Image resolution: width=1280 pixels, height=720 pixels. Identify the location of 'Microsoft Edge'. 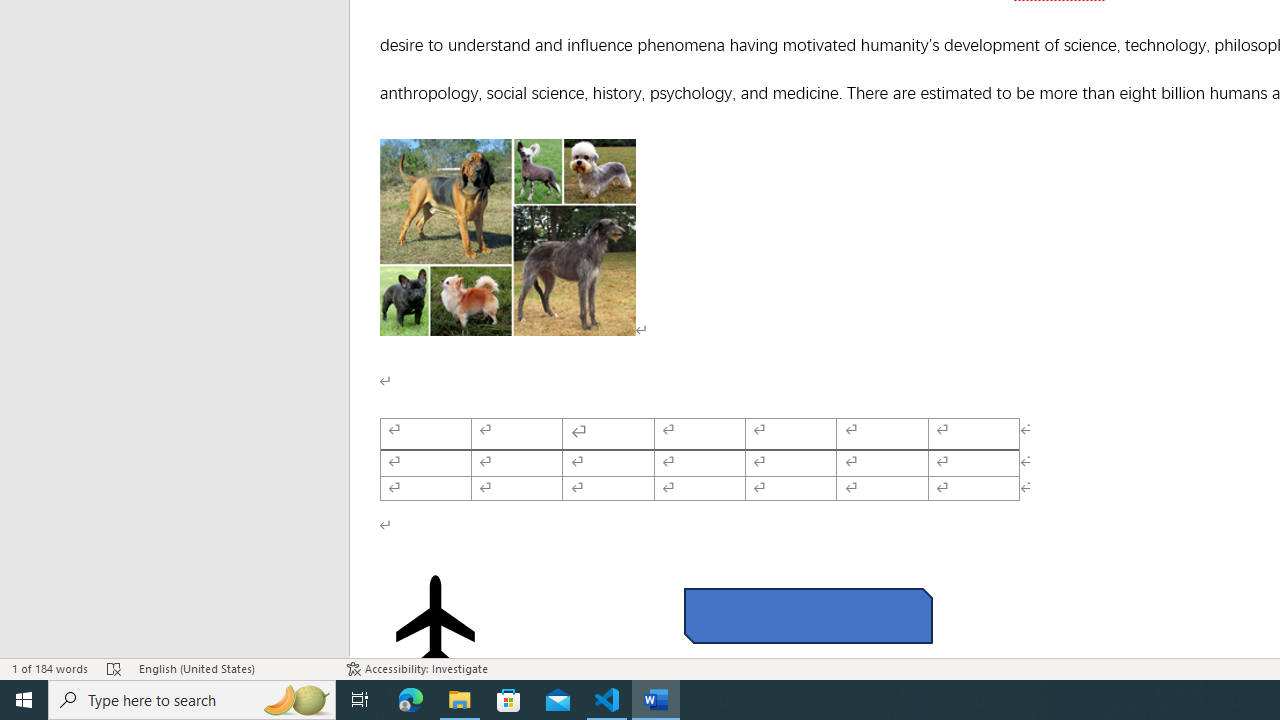
(410, 698).